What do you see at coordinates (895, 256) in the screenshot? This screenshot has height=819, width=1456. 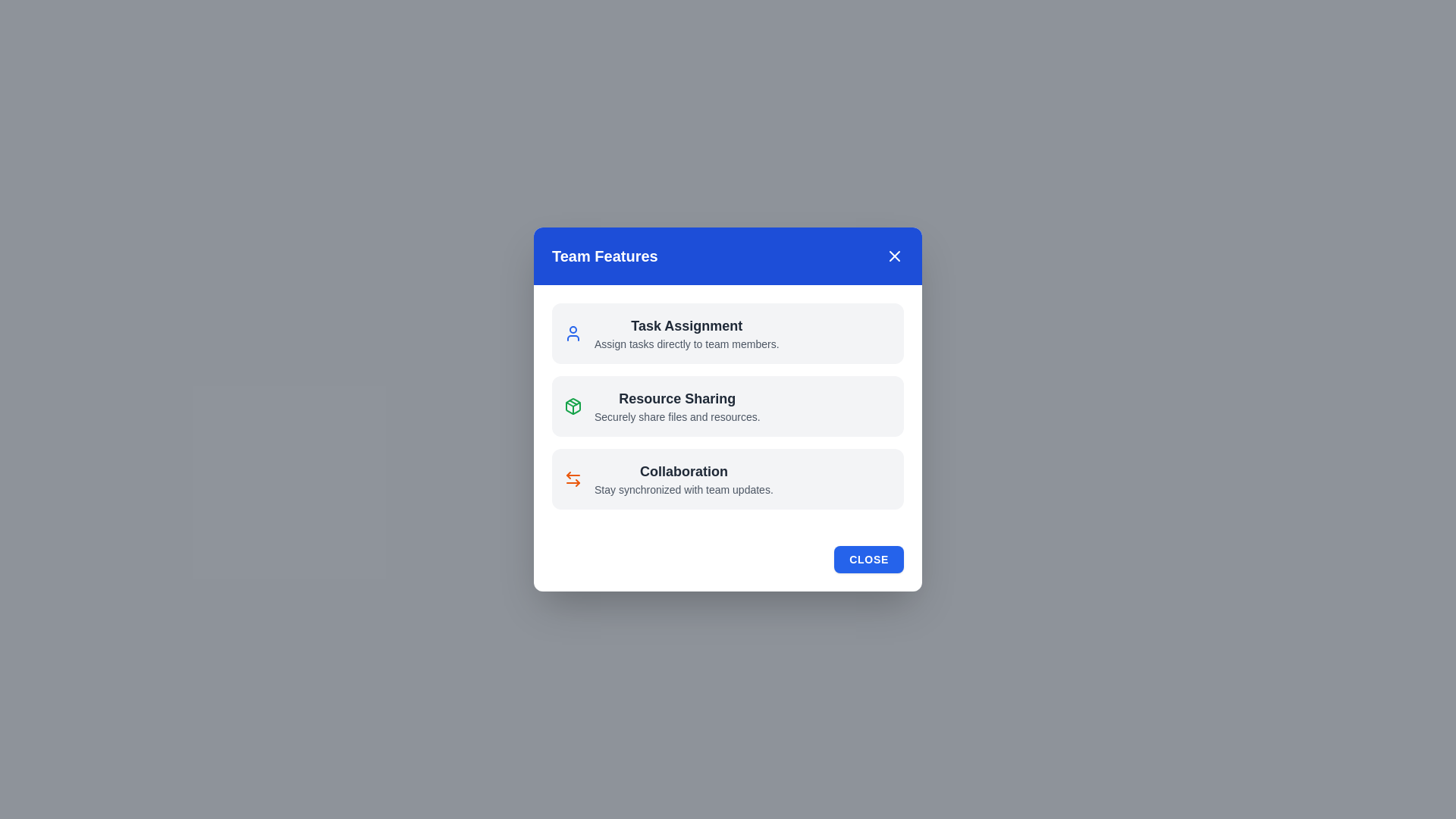 I see `the close button to dismiss the dialog` at bounding box center [895, 256].